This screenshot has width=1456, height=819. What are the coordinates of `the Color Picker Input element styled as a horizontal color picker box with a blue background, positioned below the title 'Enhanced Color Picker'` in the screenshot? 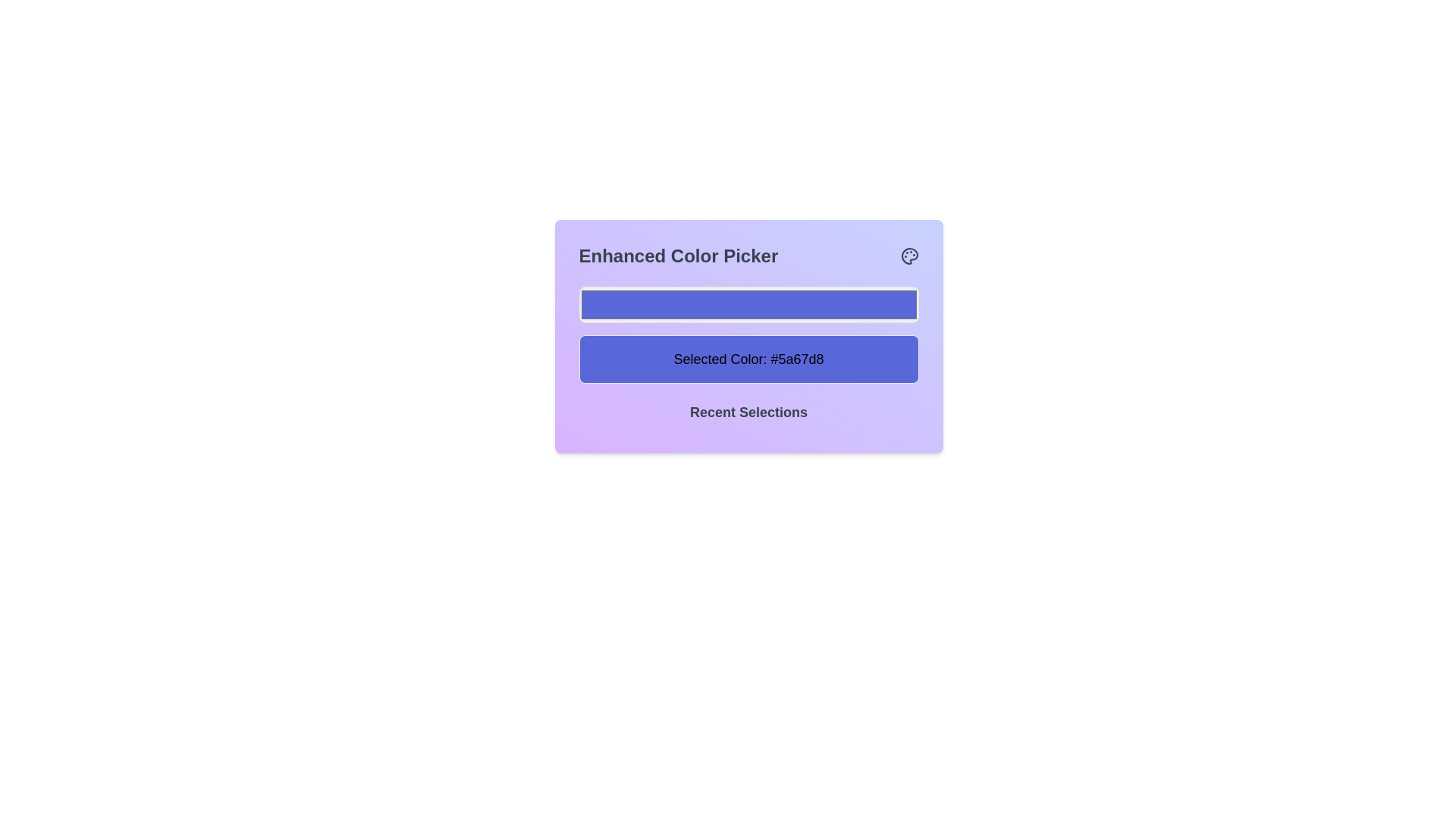 It's located at (748, 304).